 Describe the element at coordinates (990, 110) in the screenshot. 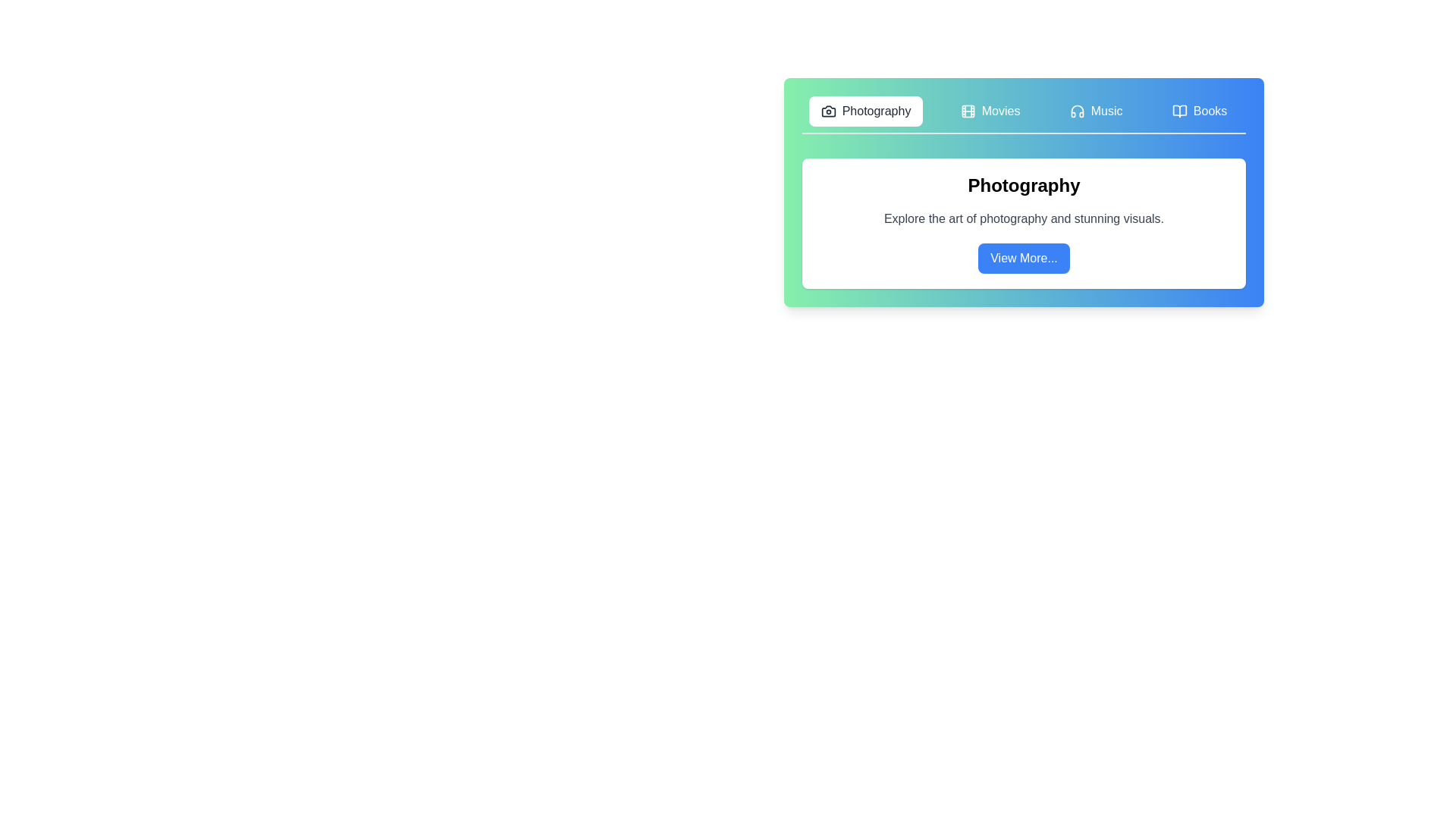

I see `the Movies tab to view its content` at that location.